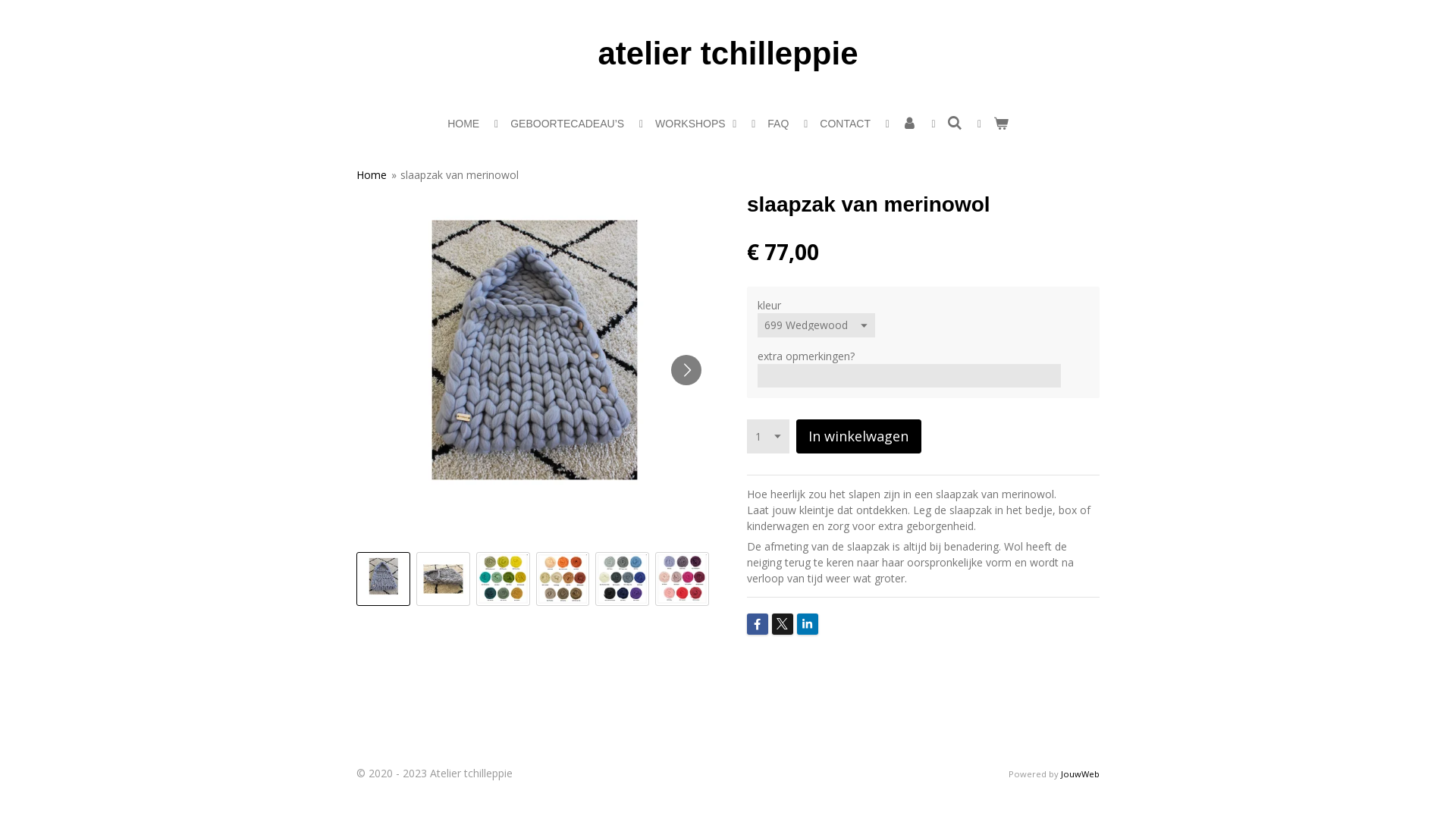  I want to click on 'Account', so click(909, 123).